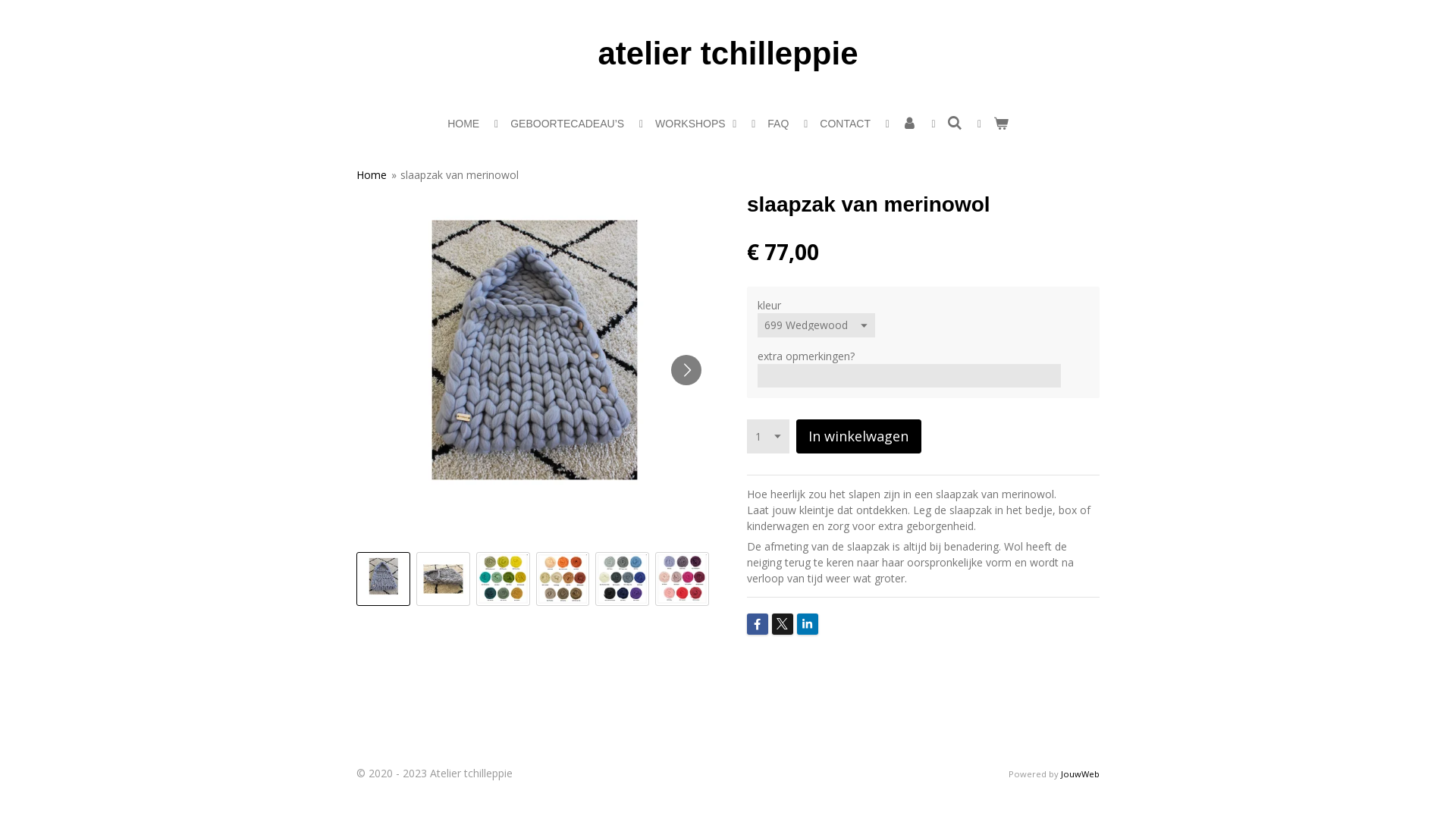  I want to click on 'Account', so click(909, 123).